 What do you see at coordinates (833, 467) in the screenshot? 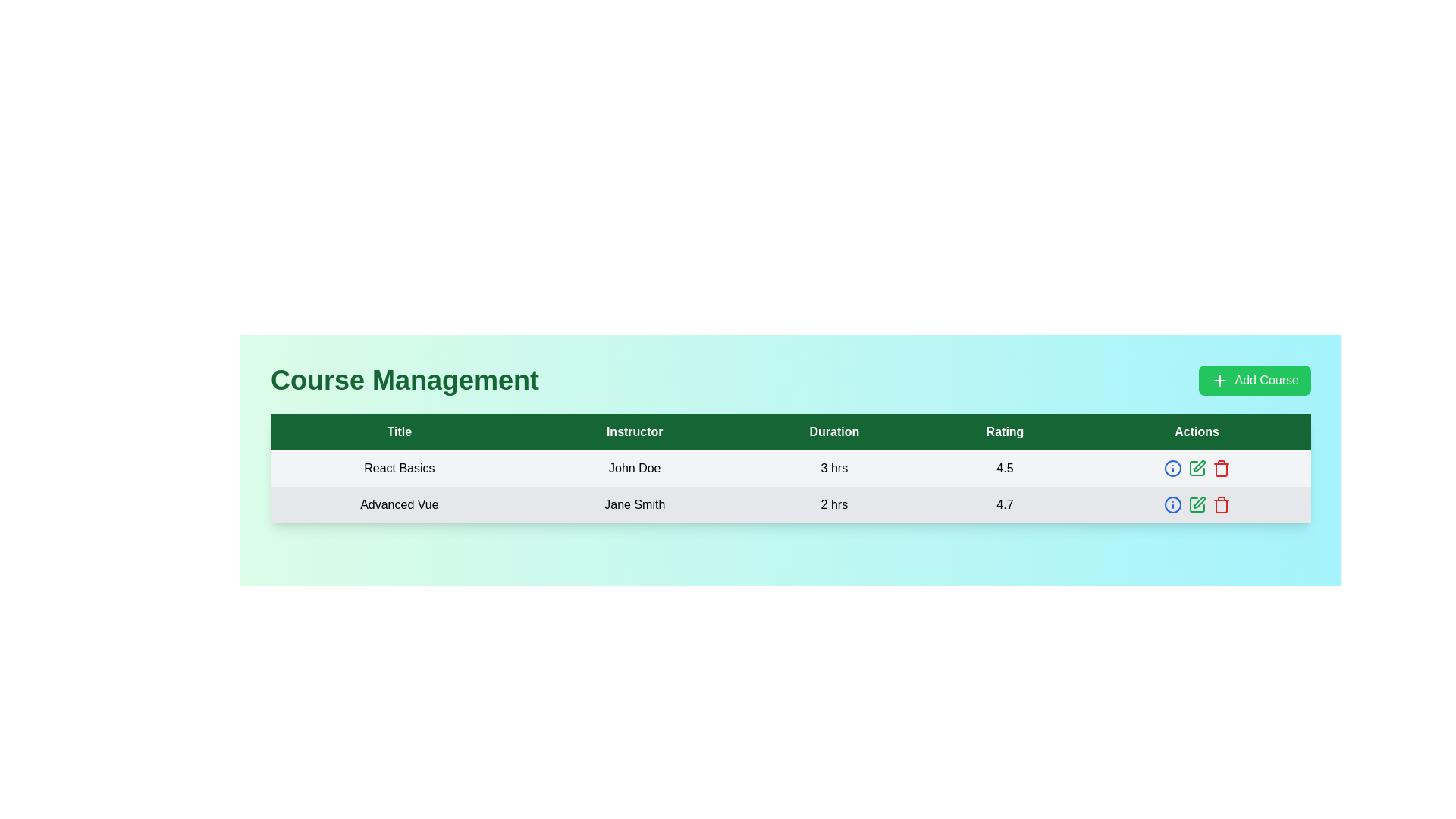
I see `the label displaying '3 hrs' in the third column of the first row of the table, which is below the 'Duration' header and follows 'John Doe'` at bounding box center [833, 467].